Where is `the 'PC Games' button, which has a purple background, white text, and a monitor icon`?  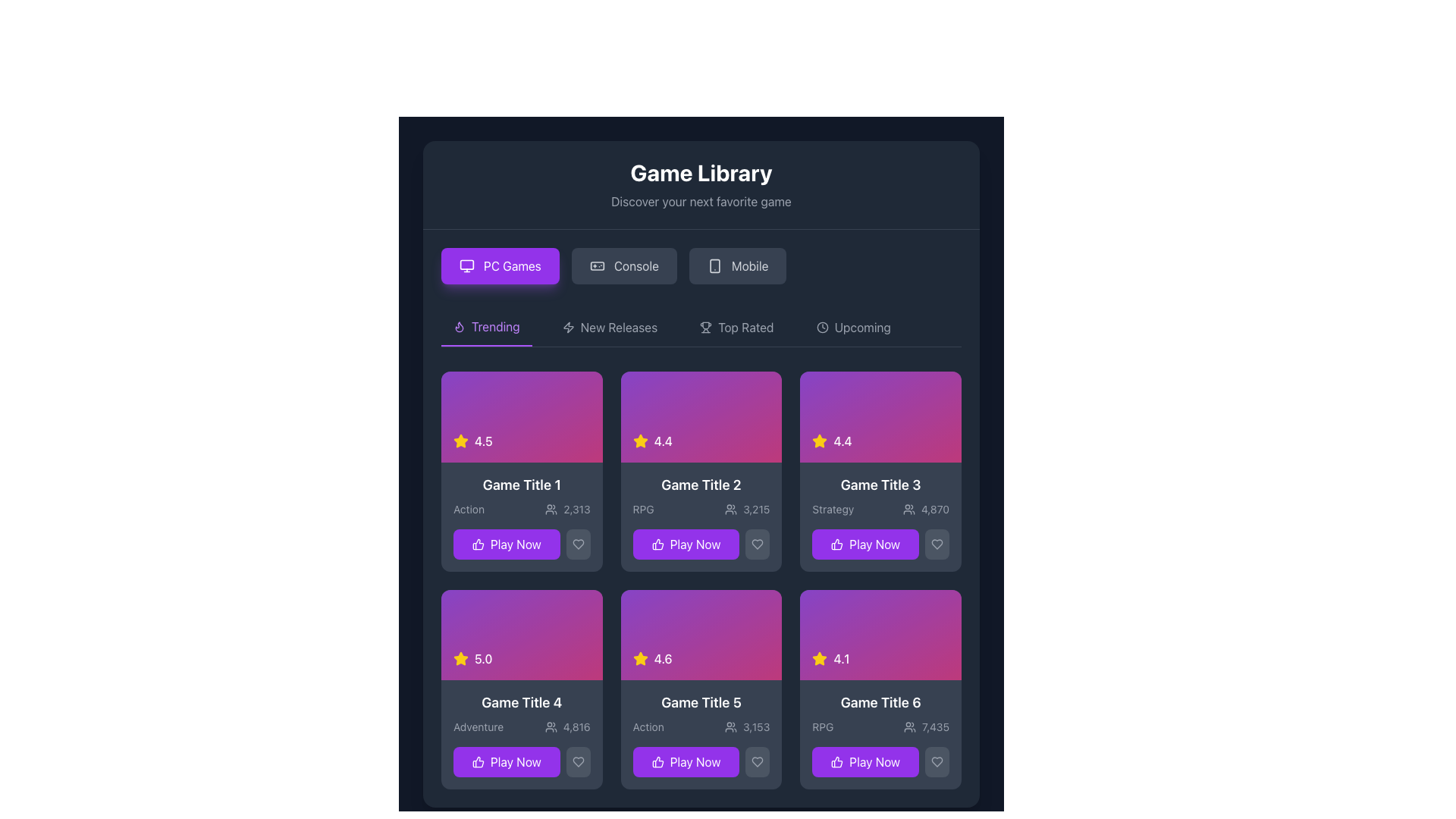
the 'PC Games' button, which has a purple background, white text, and a monitor icon is located at coordinates (500, 265).